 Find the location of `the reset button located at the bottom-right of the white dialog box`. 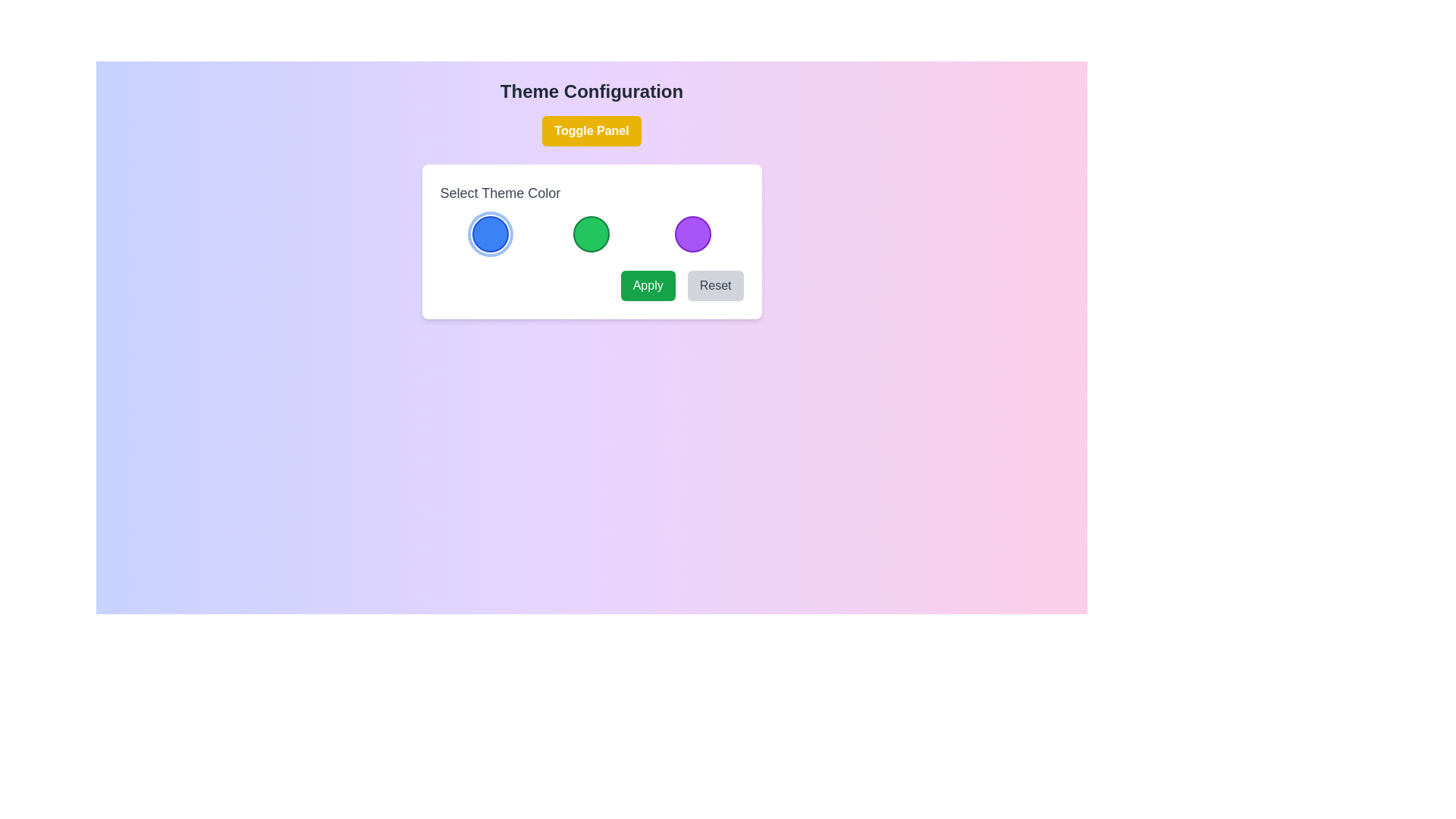

the reset button located at the bottom-right of the white dialog box is located at coordinates (714, 286).